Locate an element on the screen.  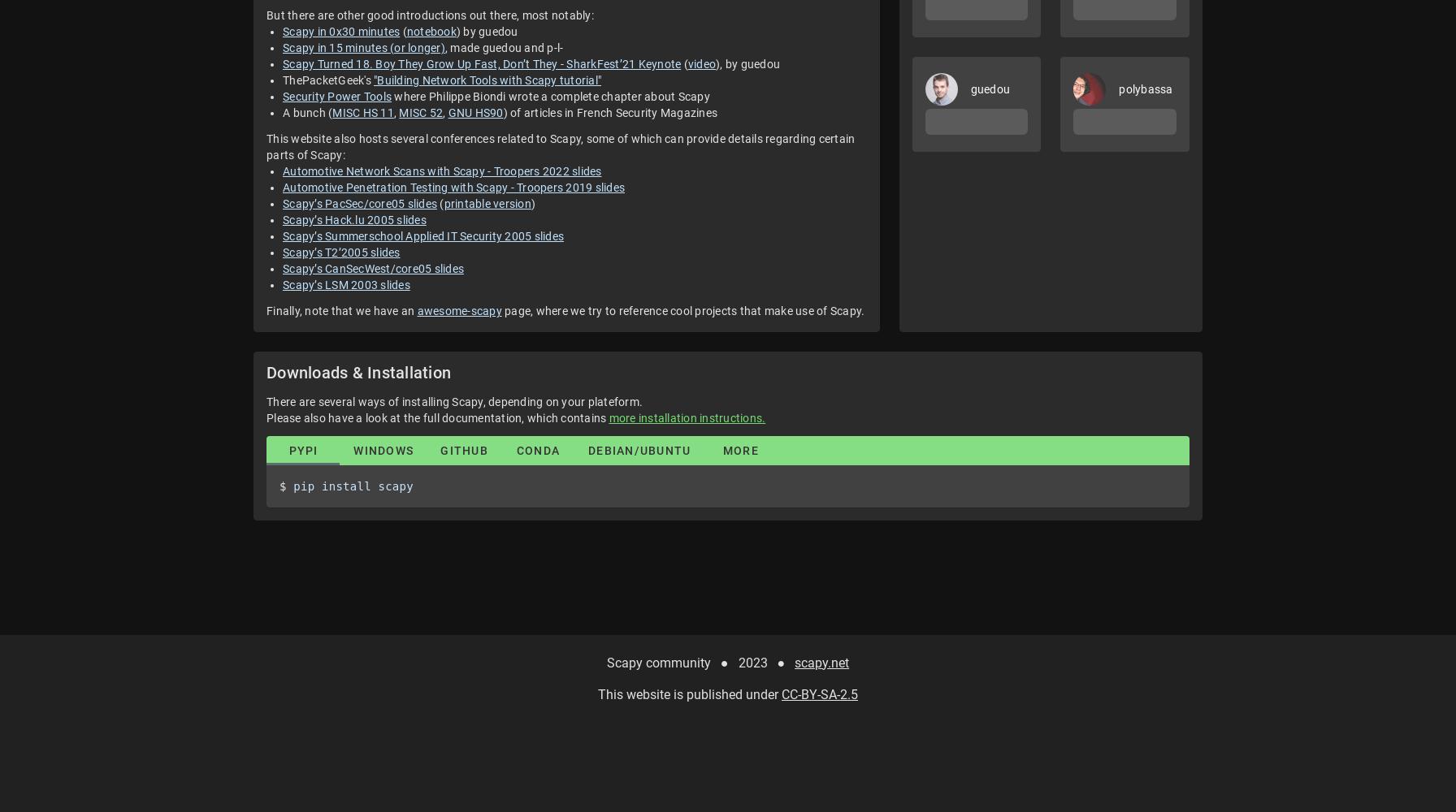
'More' is located at coordinates (740, 451).